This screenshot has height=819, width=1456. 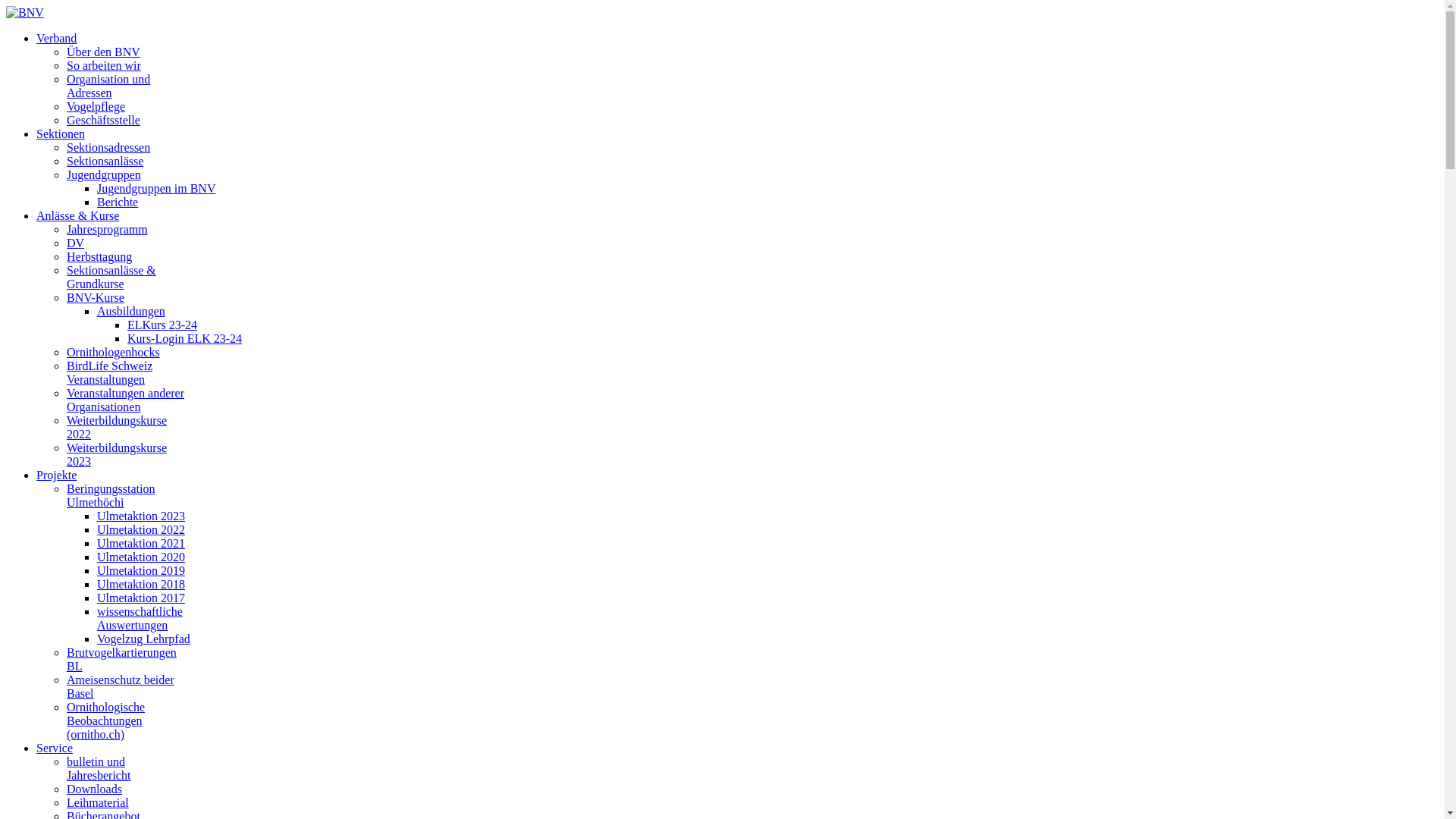 I want to click on 'Sektionsadressen', so click(x=108, y=147).